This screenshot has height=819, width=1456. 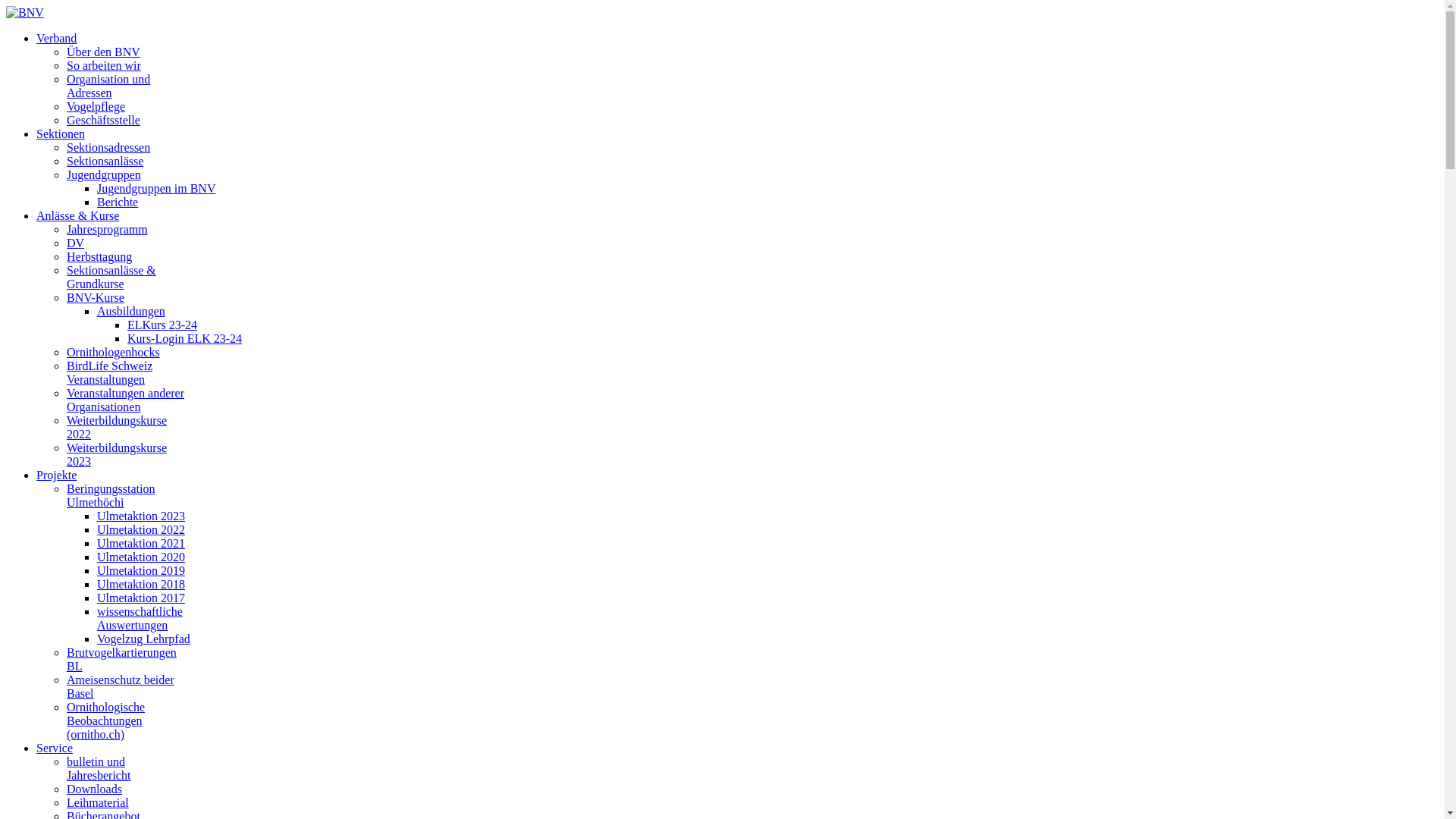 I want to click on 'Sektionsadressen', so click(x=108, y=147).